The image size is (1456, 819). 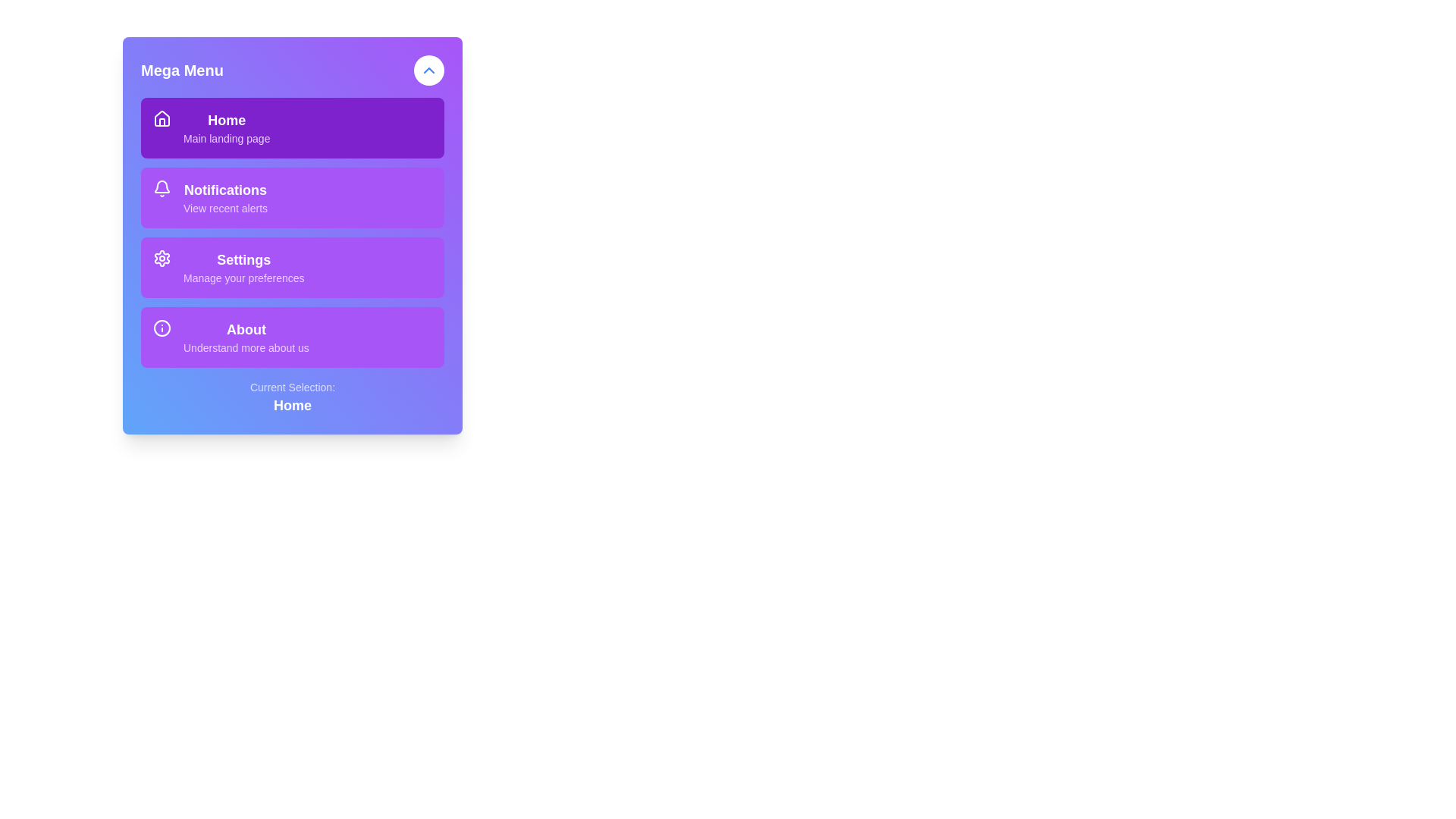 I want to click on the 'About Us' button located in the sidebar menu, which is the fourth item below the 'Settings' section, so click(x=292, y=336).